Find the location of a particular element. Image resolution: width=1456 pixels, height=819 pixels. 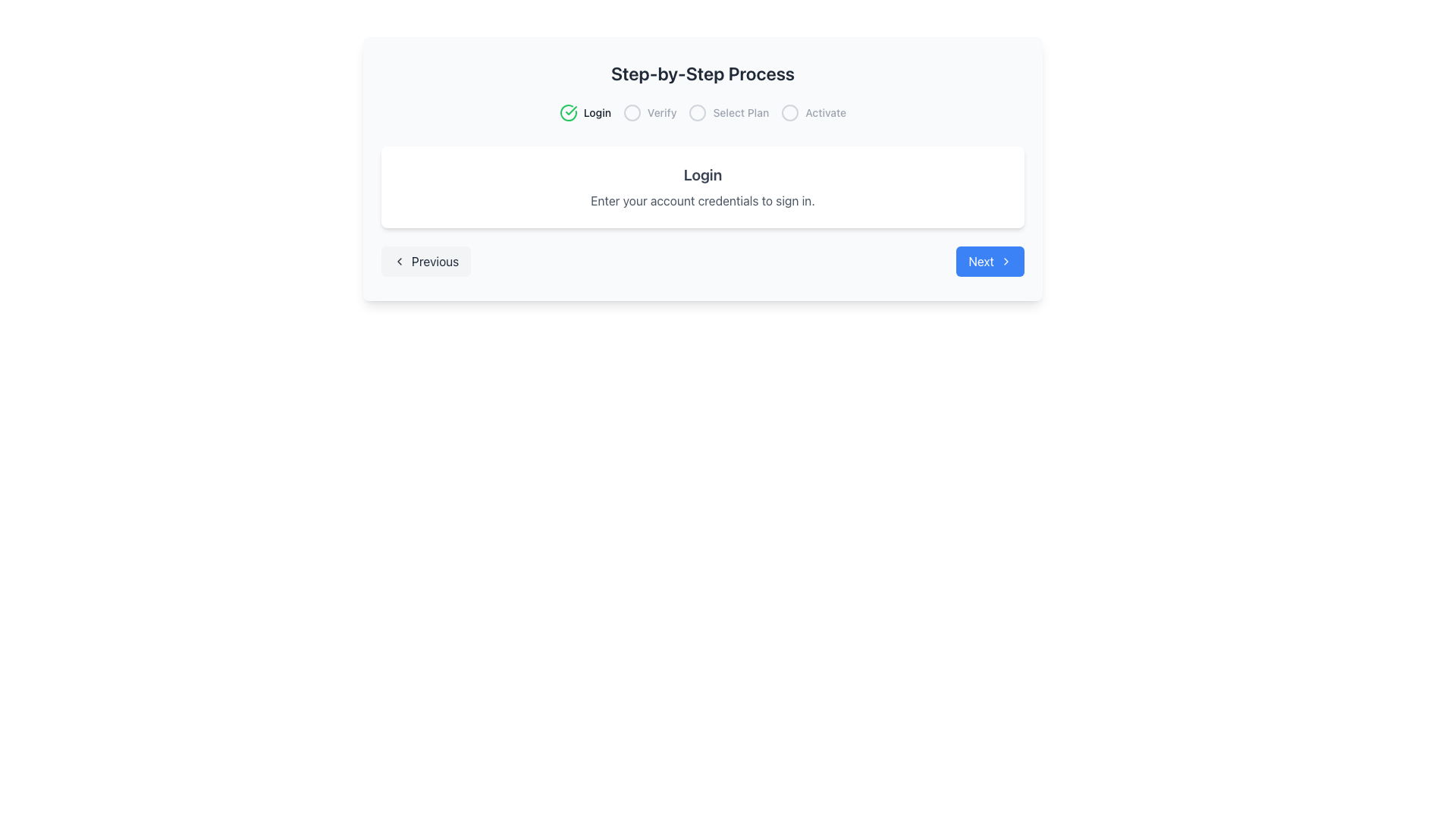

the radio button styled as a circular icon with a gray stroke, located next to the text 'Select Plan' is located at coordinates (697, 112).